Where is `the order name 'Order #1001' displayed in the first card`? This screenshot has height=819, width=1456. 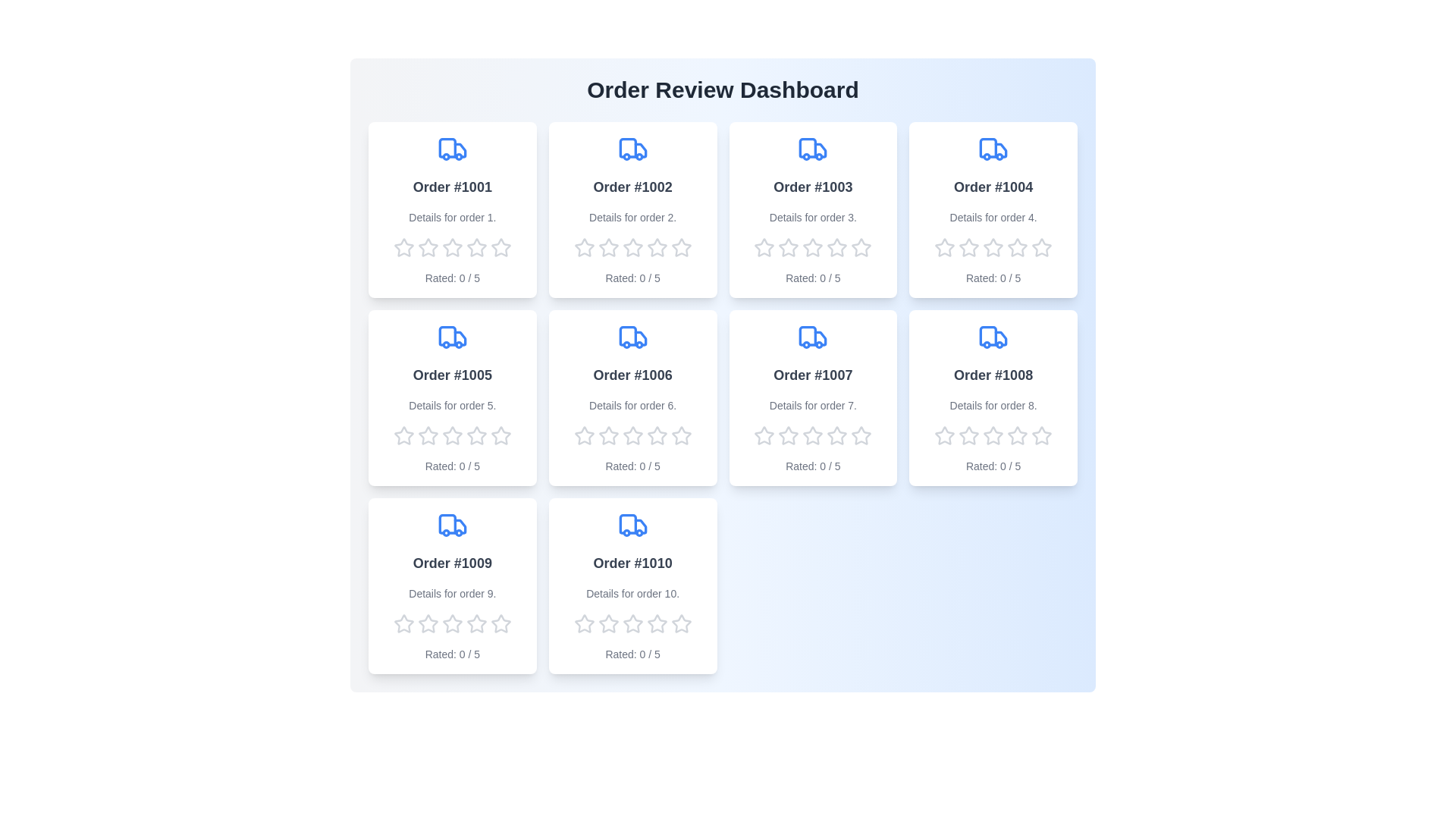
the order name 'Order #1001' displayed in the first card is located at coordinates (451, 186).